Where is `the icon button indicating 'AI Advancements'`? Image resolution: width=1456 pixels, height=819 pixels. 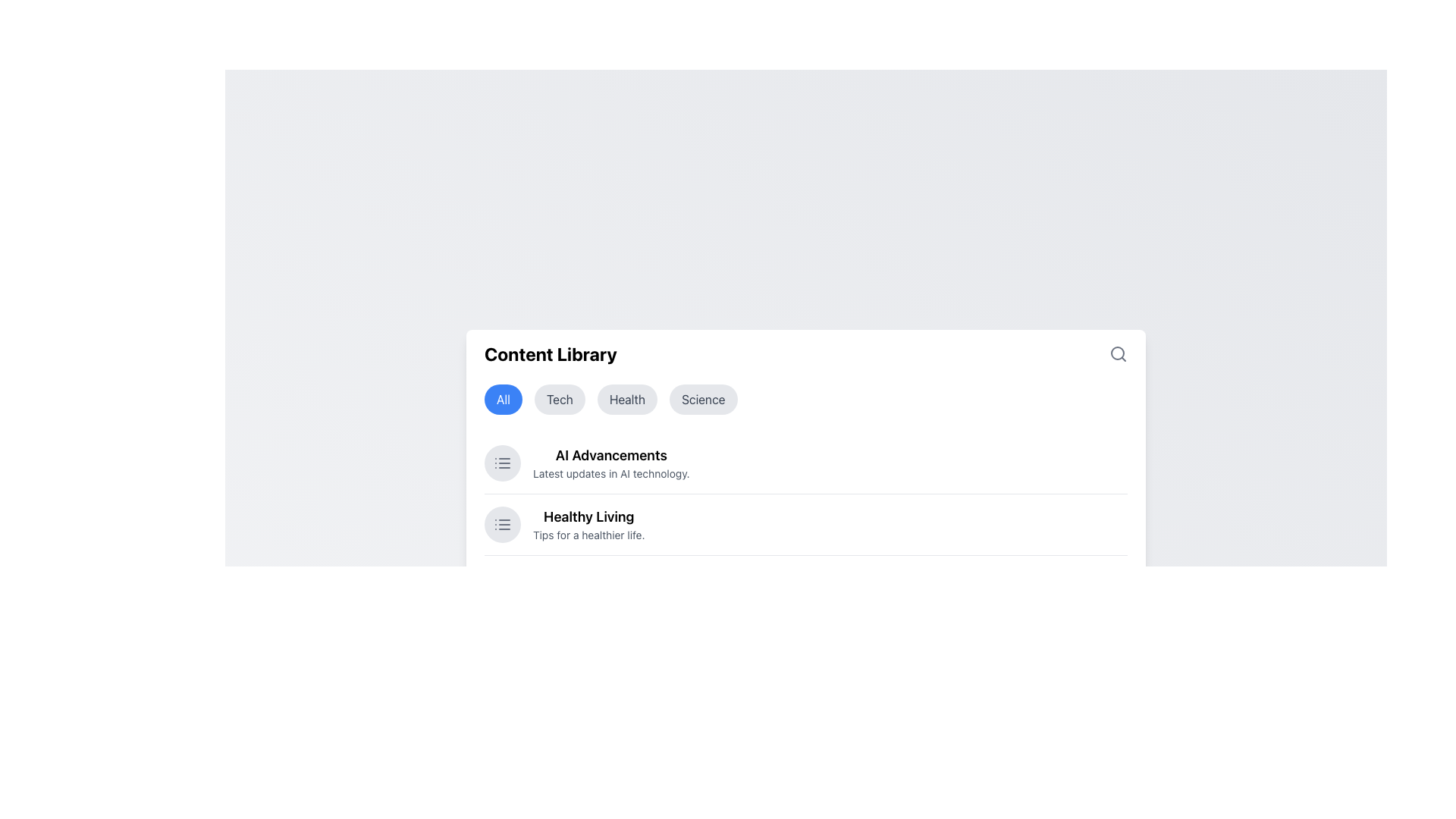 the icon button indicating 'AI Advancements' is located at coordinates (502, 462).